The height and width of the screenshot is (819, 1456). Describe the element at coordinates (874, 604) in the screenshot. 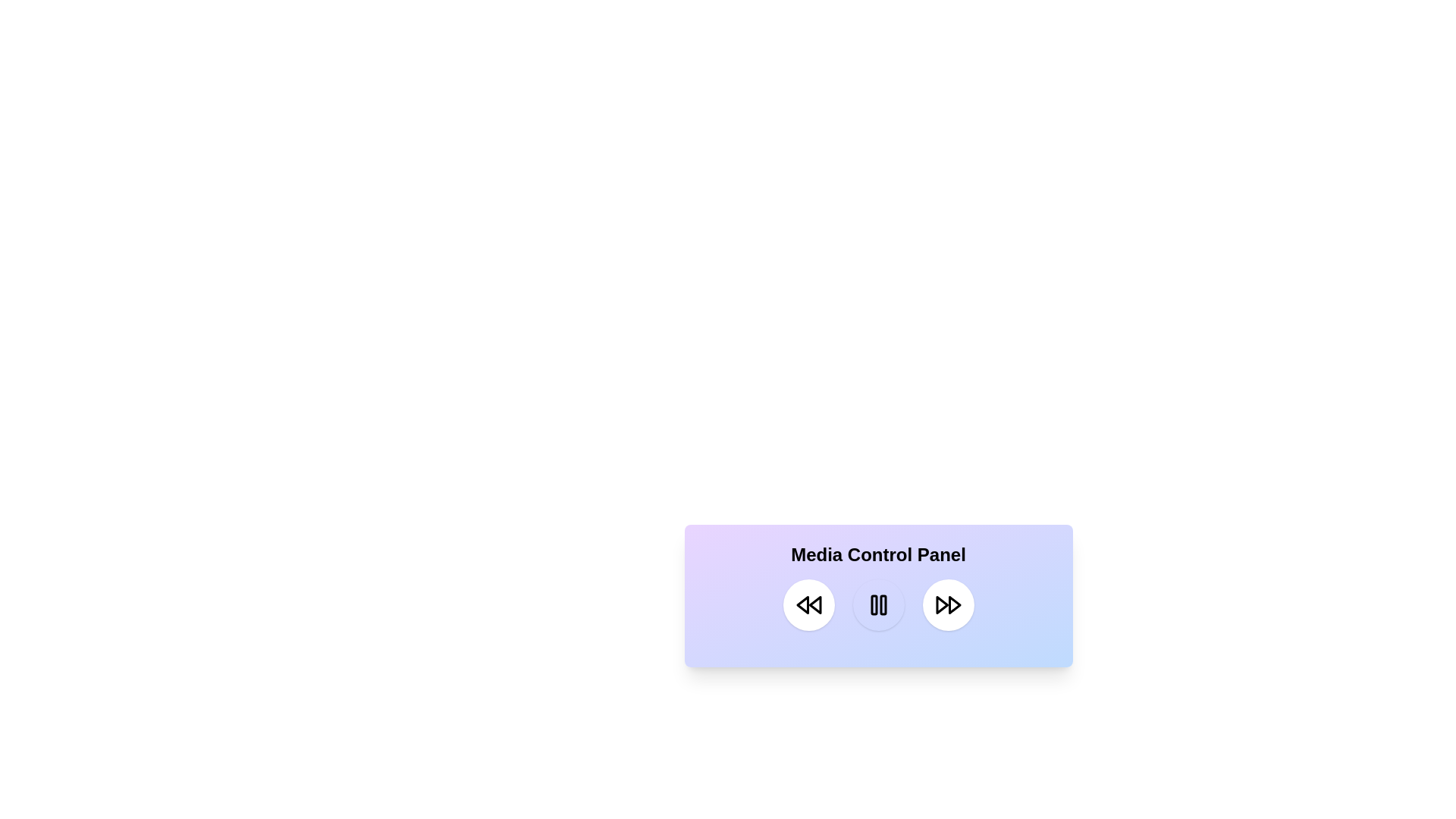

I see `the left vertical bar of the Pause icon in the media control panel` at that location.